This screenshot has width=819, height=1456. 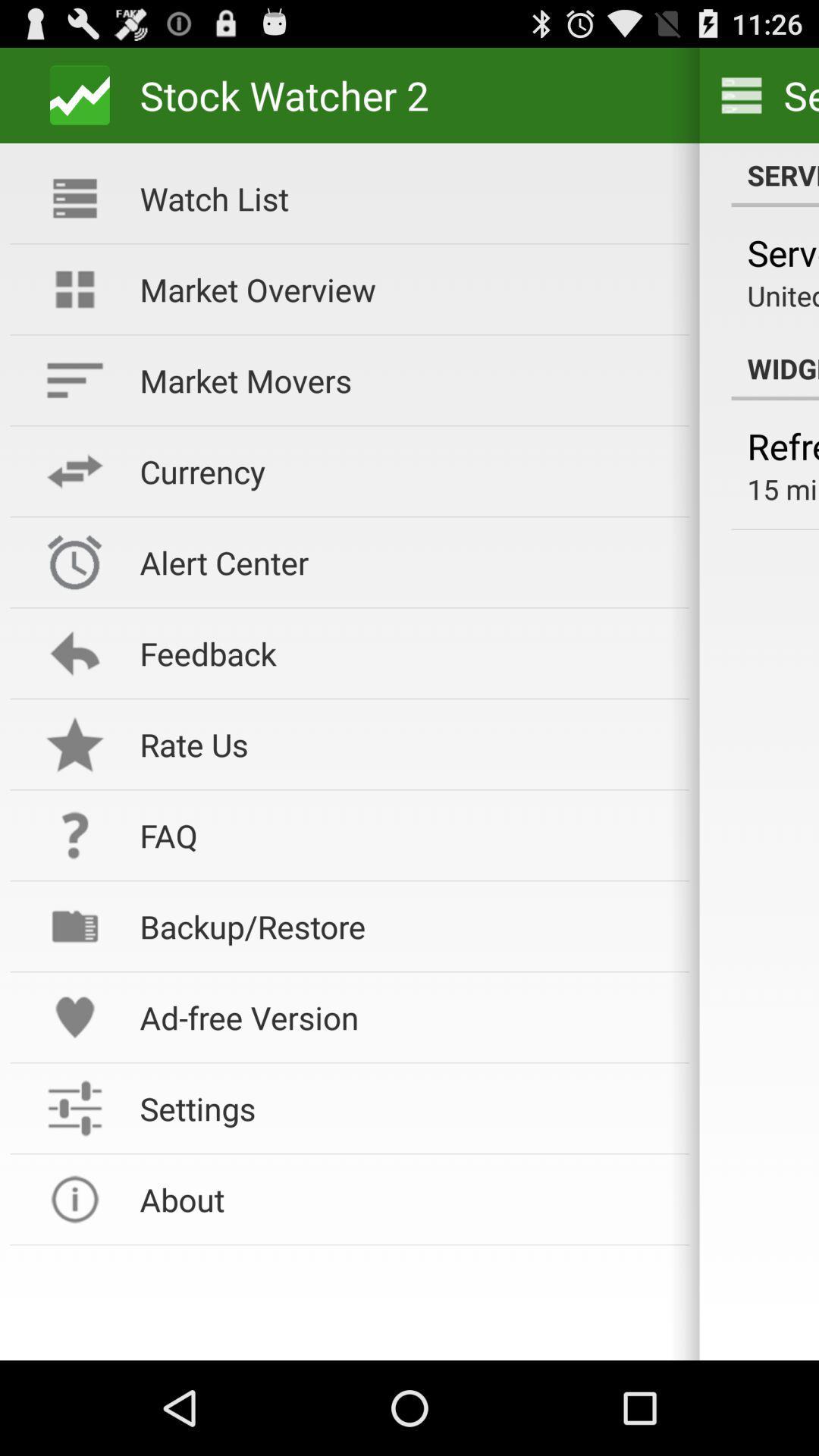 What do you see at coordinates (403, 1017) in the screenshot?
I see `ad-free version app` at bounding box center [403, 1017].